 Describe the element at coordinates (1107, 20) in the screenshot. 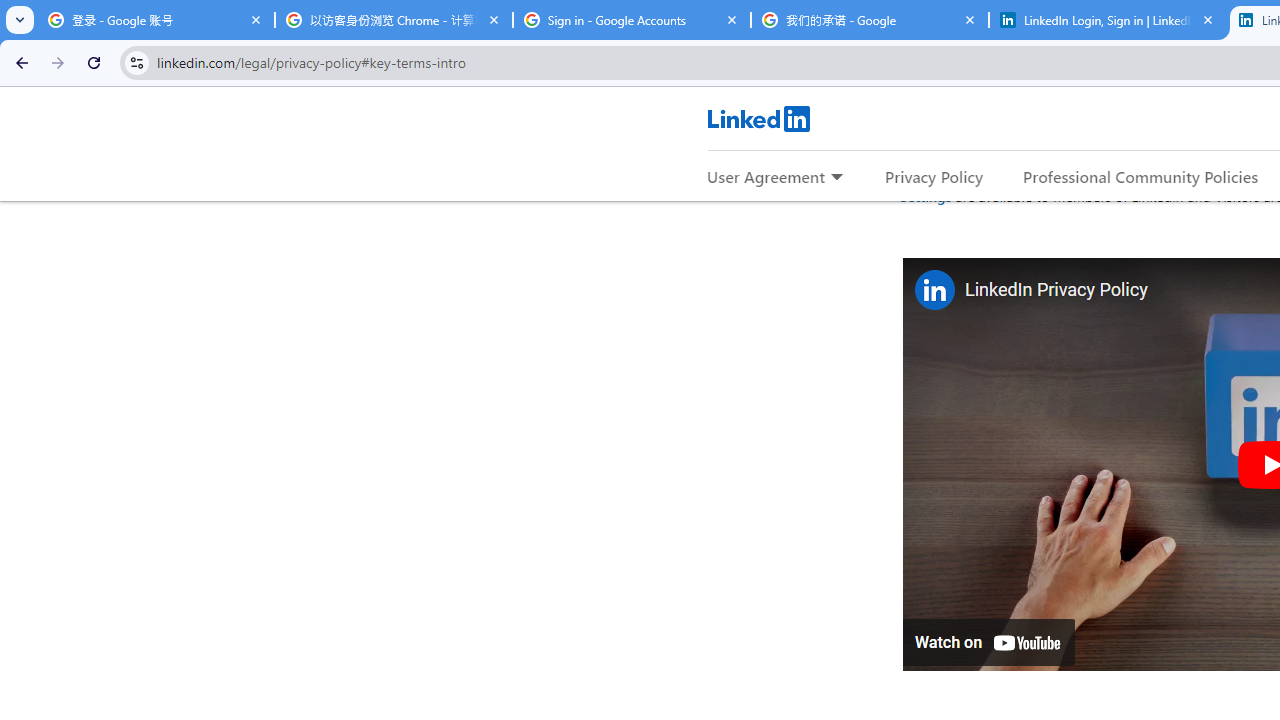

I see `'LinkedIn Login, Sign in | LinkedIn'` at that location.